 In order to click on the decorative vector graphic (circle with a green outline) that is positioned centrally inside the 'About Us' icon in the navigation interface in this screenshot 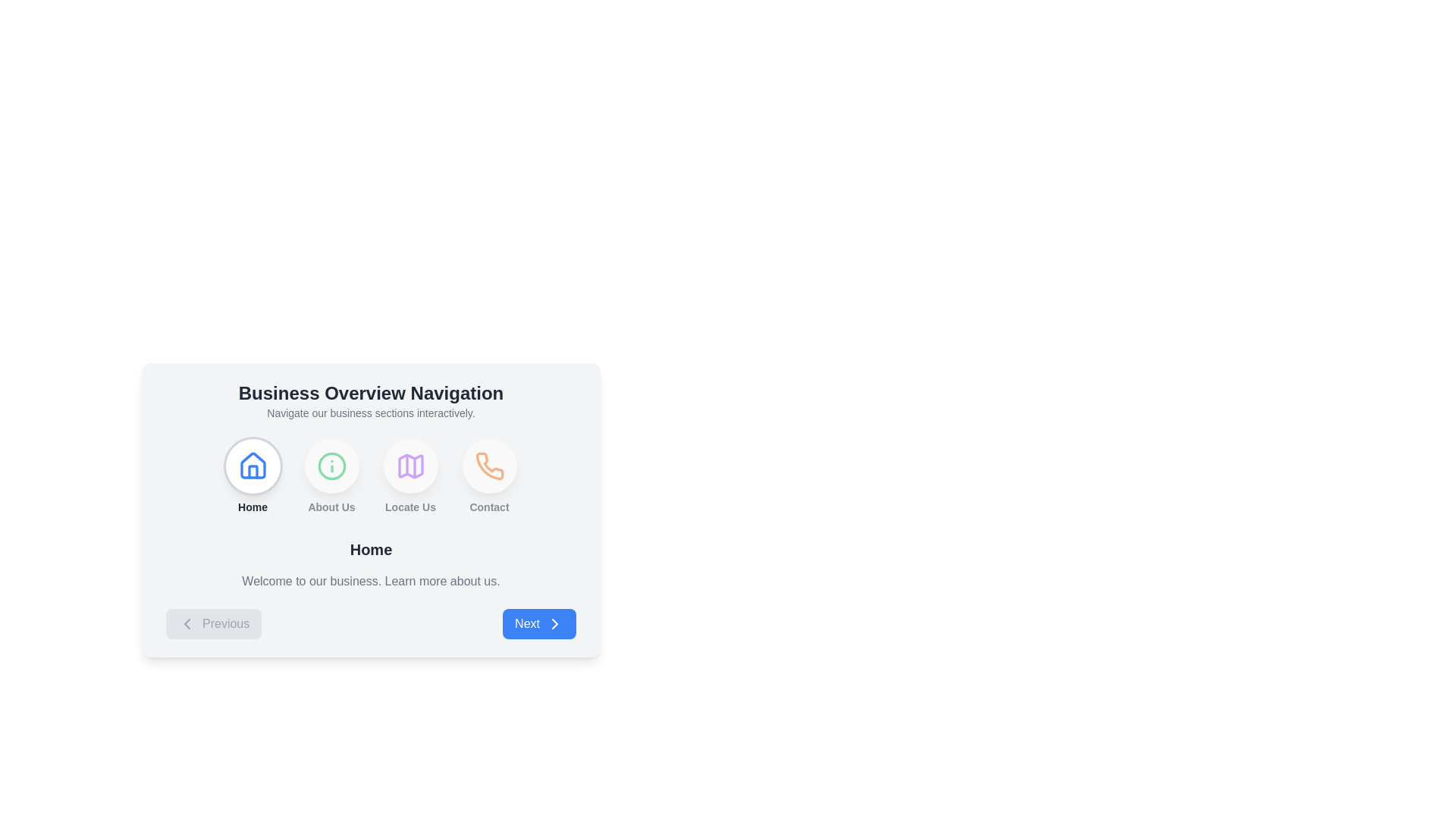, I will do `click(331, 465)`.